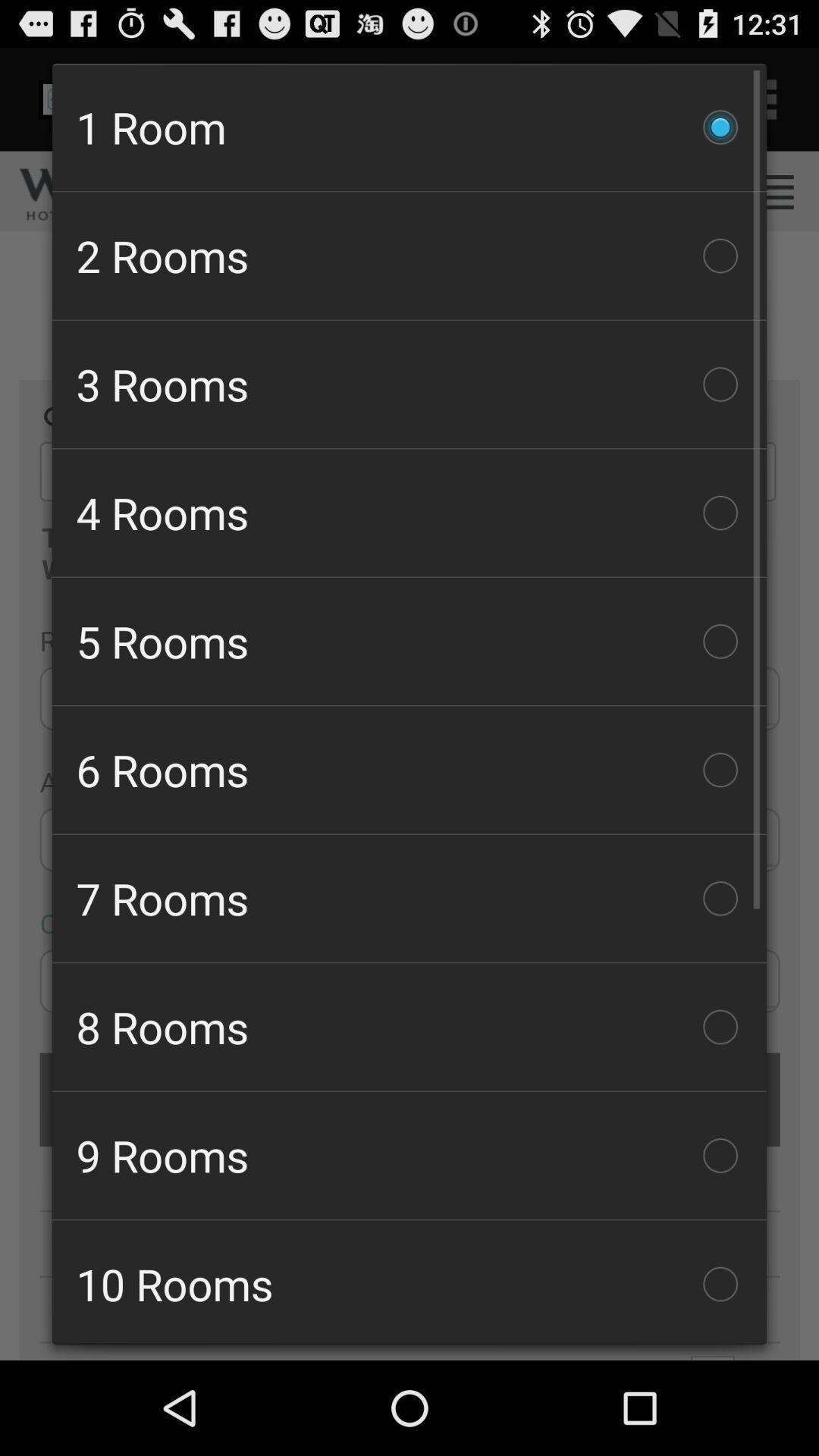 This screenshot has height=1456, width=819. Describe the element at coordinates (409, 513) in the screenshot. I see `icon below the 3 rooms` at that location.